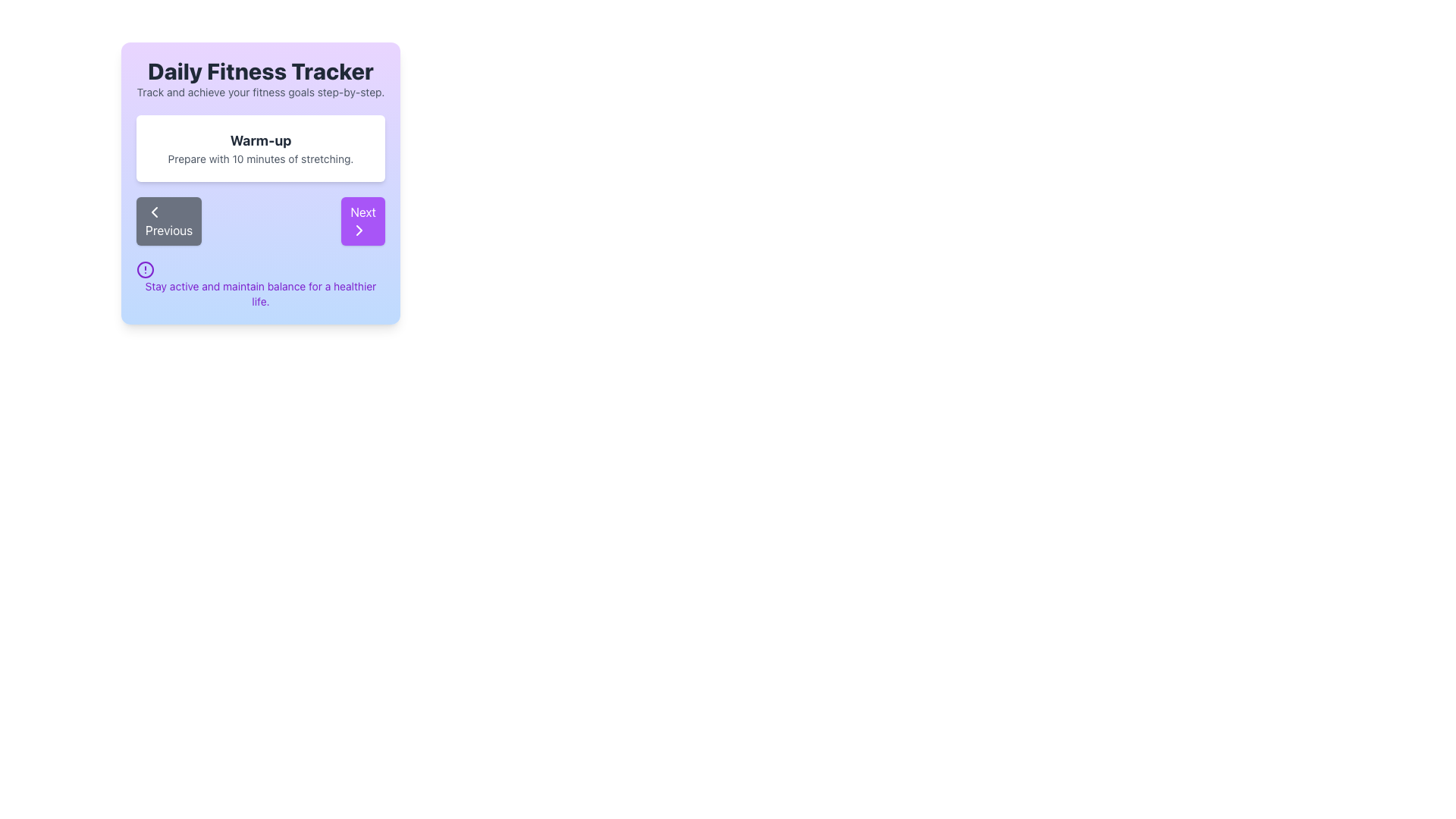  I want to click on the informational text block with icon that provides motivational advice, located below the 'Previous' and 'Next' buttons at the center of the layout, so click(261, 284).